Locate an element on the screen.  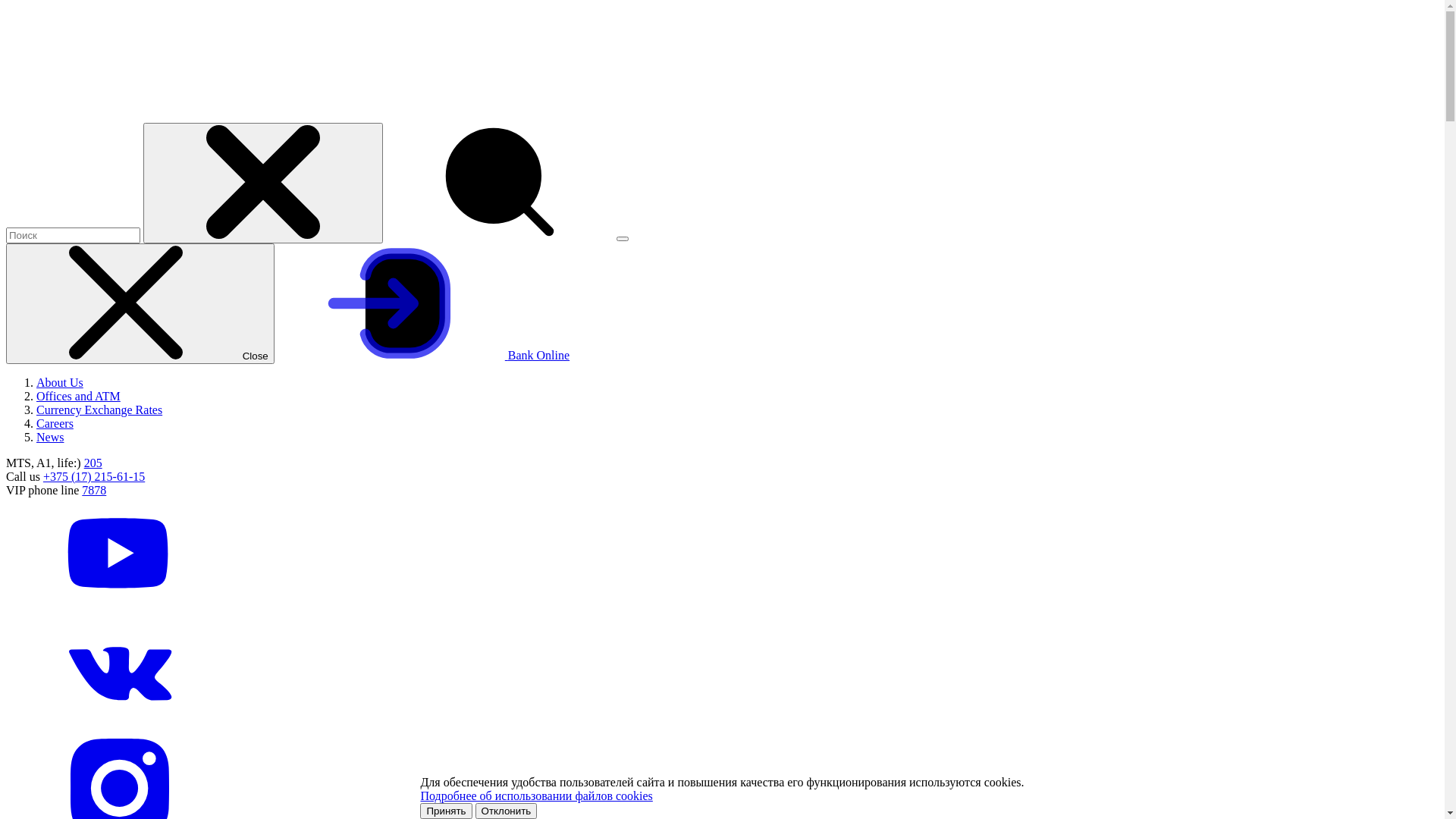
'About Us' is located at coordinates (59, 381).